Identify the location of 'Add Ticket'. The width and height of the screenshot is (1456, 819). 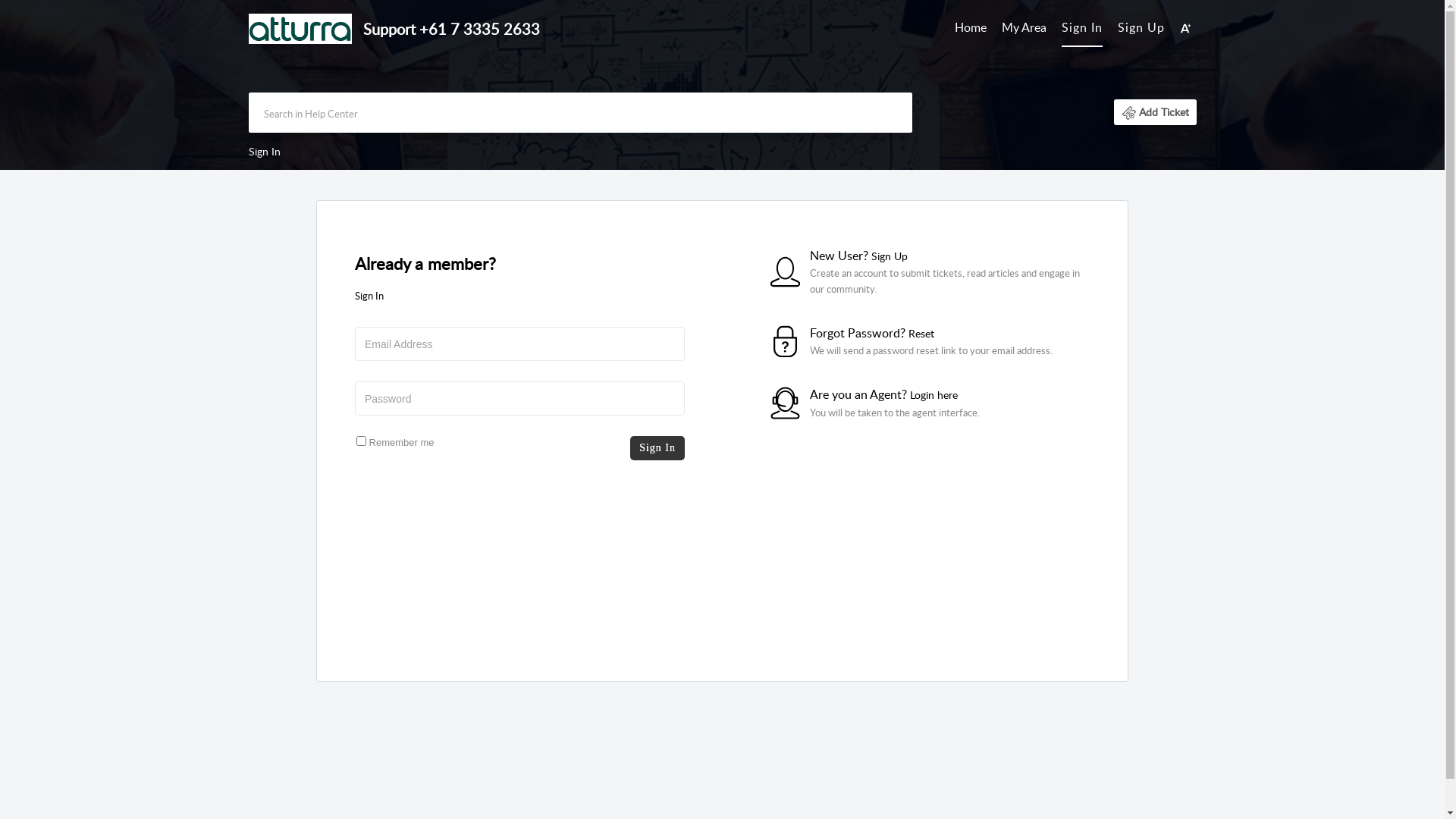
(1153, 111).